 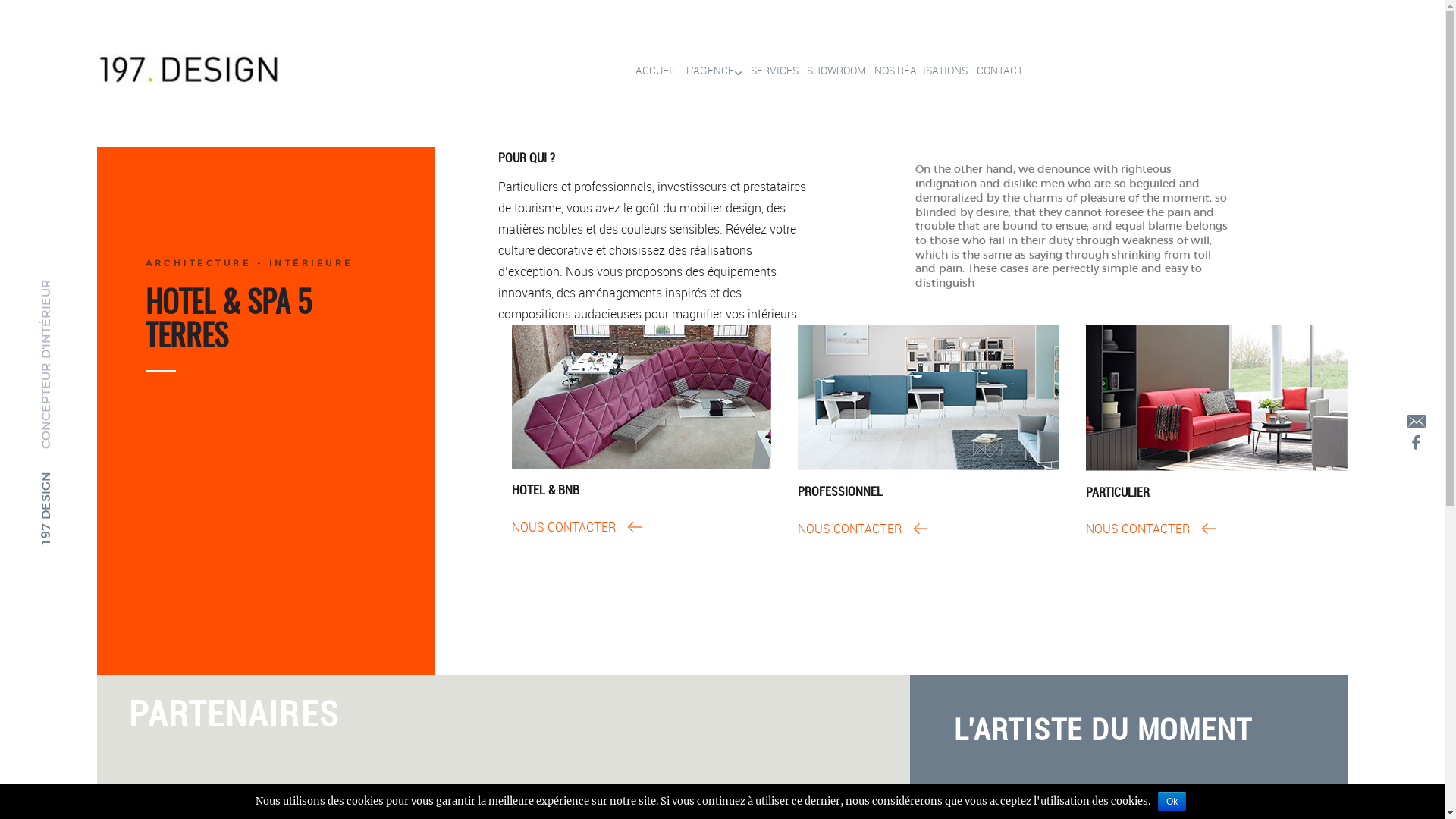 I want to click on 'SERVICES', so click(x=742, y=71).